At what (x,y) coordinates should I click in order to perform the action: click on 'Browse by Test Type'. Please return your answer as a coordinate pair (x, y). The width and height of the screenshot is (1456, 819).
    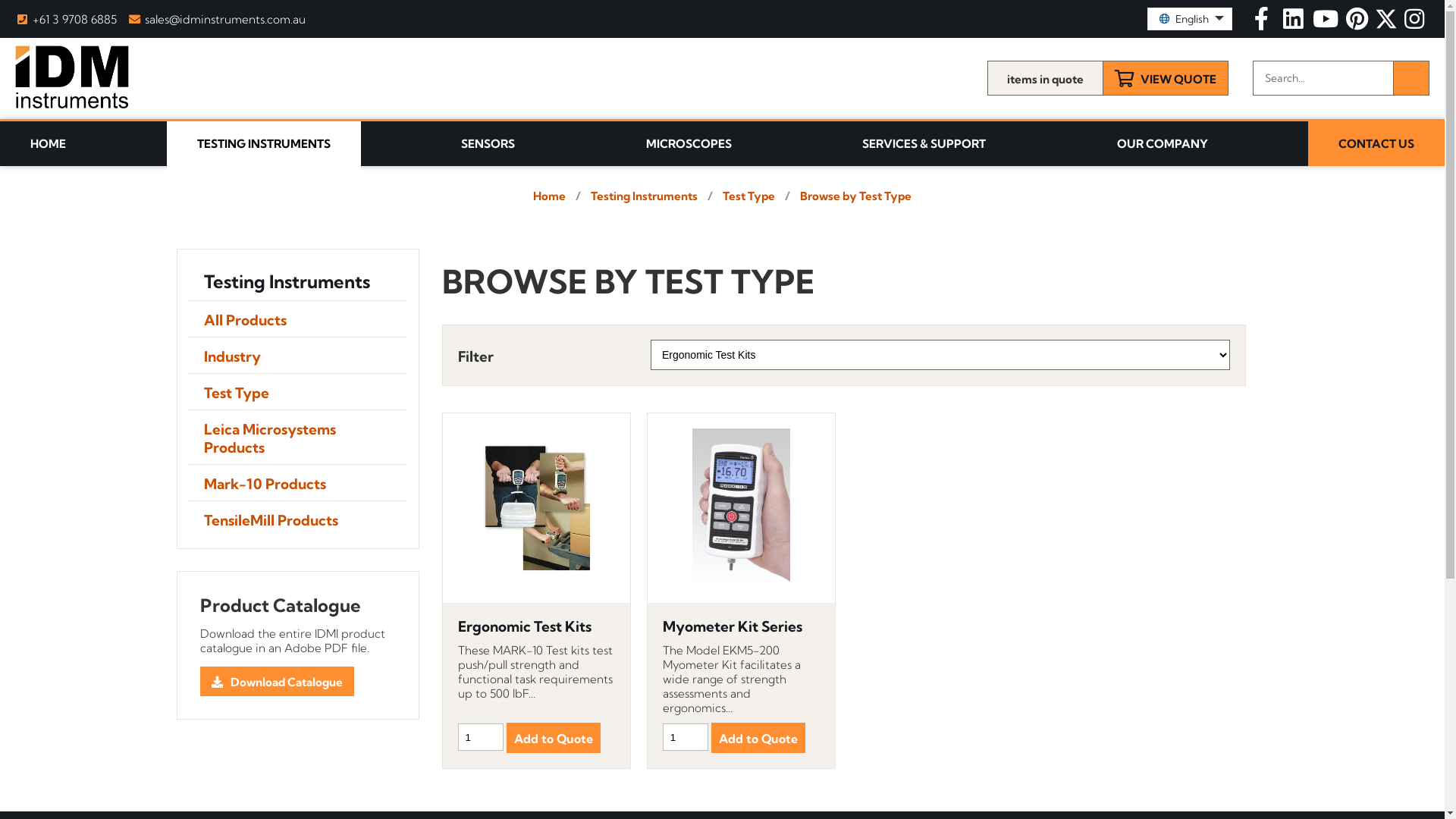
    Looking at the image, I should click on (855, 195).